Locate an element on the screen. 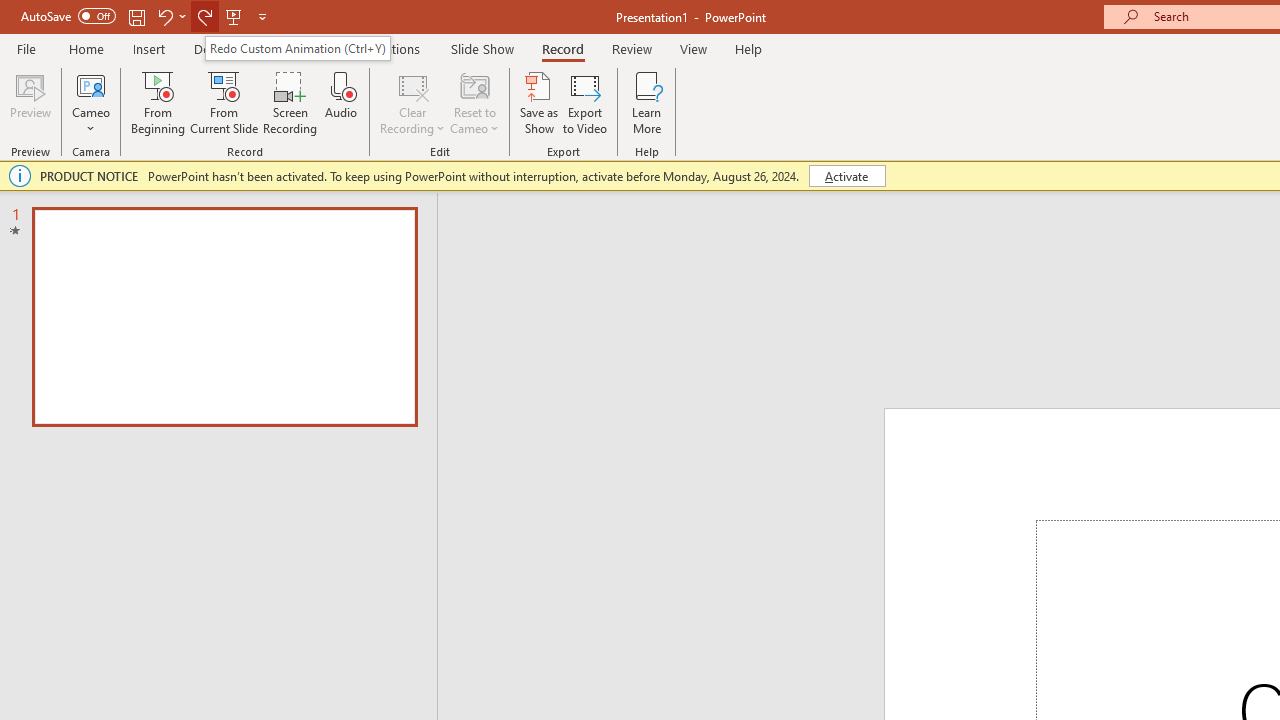 The image size is (1280, 720). 'Redo Custom Animation (Ctrl+Y)' is located at coordinates (296, 47).